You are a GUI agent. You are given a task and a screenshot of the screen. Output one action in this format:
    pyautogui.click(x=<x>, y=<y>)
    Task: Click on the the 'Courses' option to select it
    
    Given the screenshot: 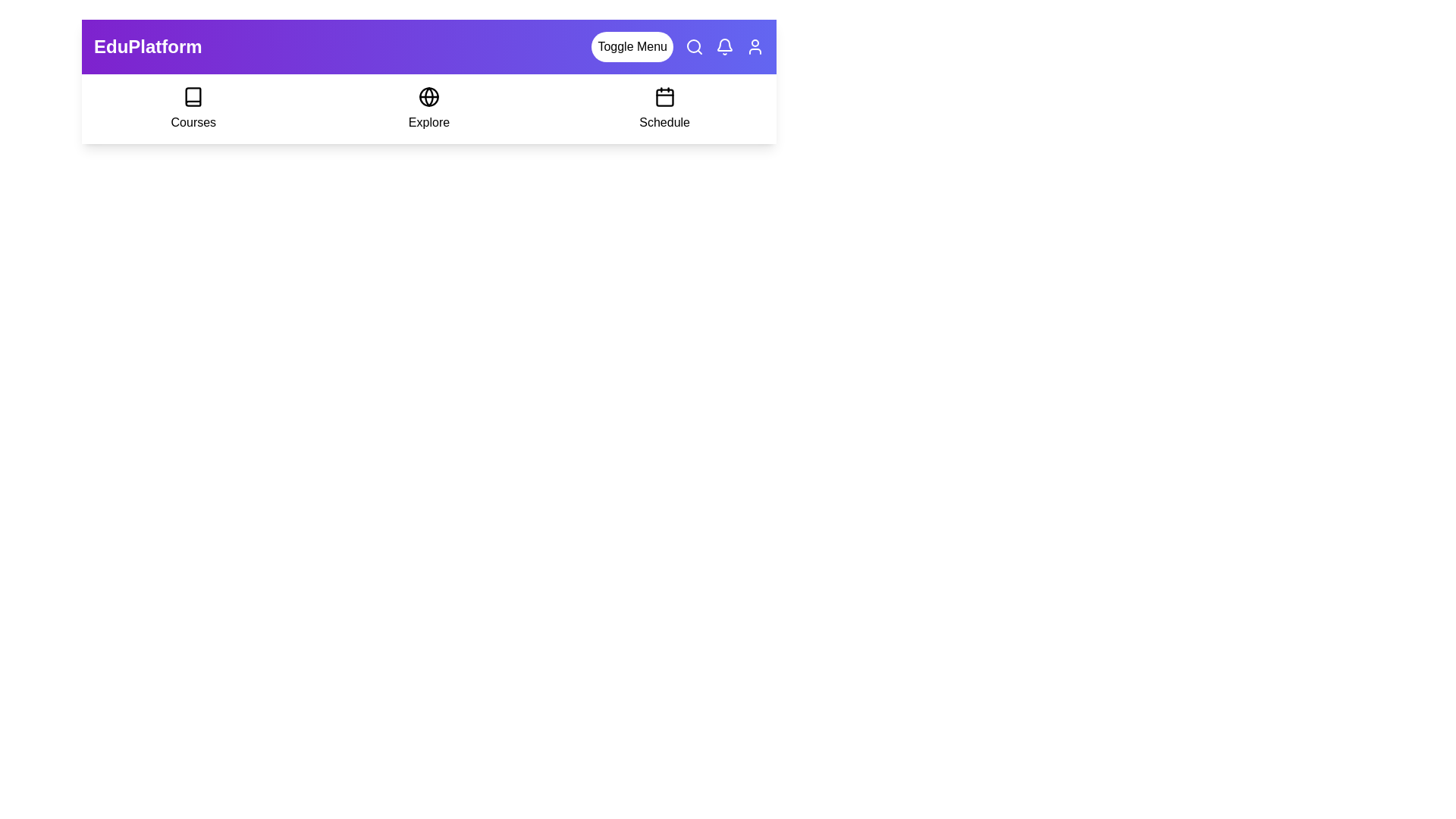 What is the action you would take?
    pyautogui.click(x=192, y=108)
    